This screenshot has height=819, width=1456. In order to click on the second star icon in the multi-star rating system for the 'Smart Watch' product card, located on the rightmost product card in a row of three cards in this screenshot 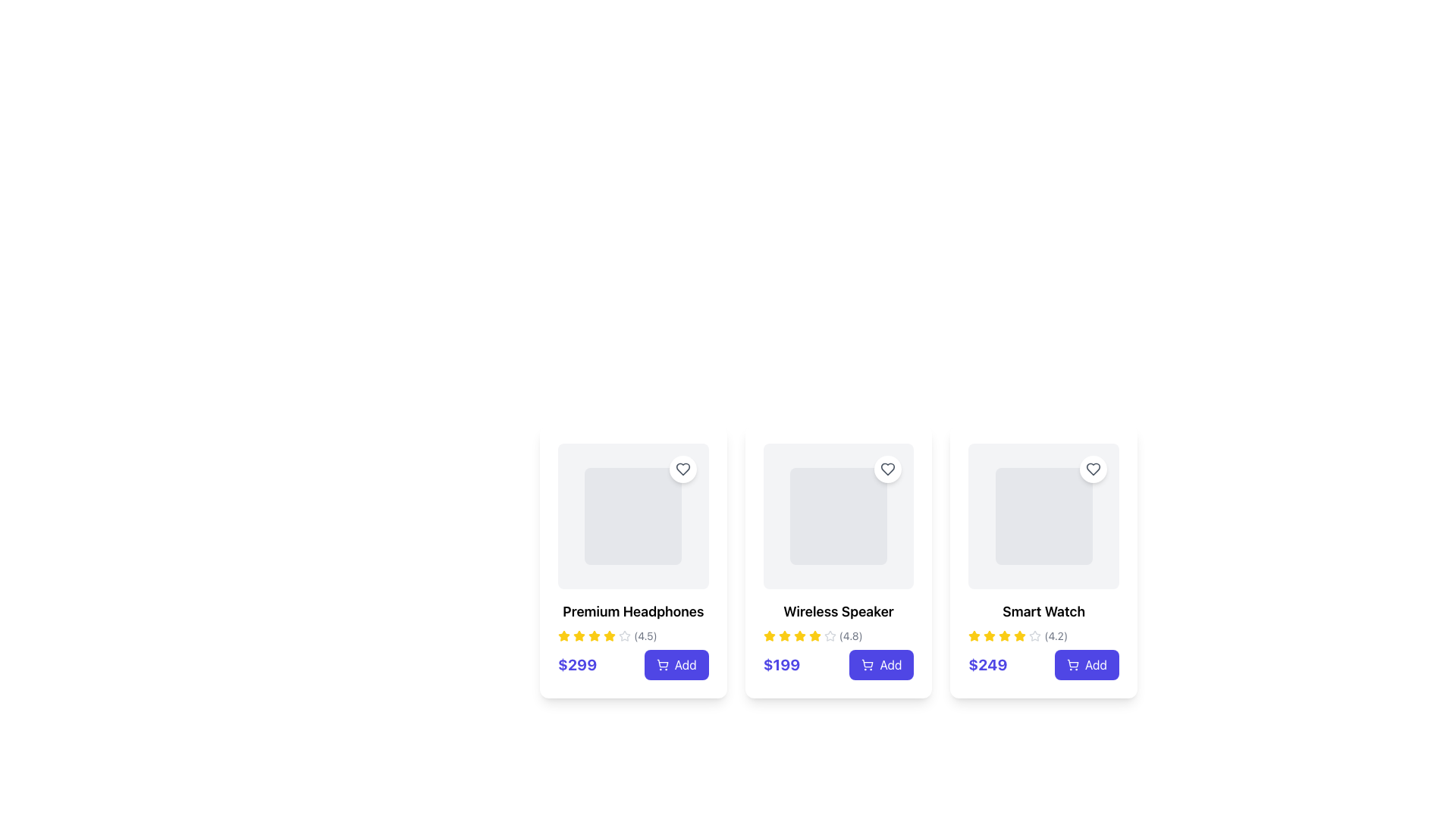, I will do `click(990, 635)`.